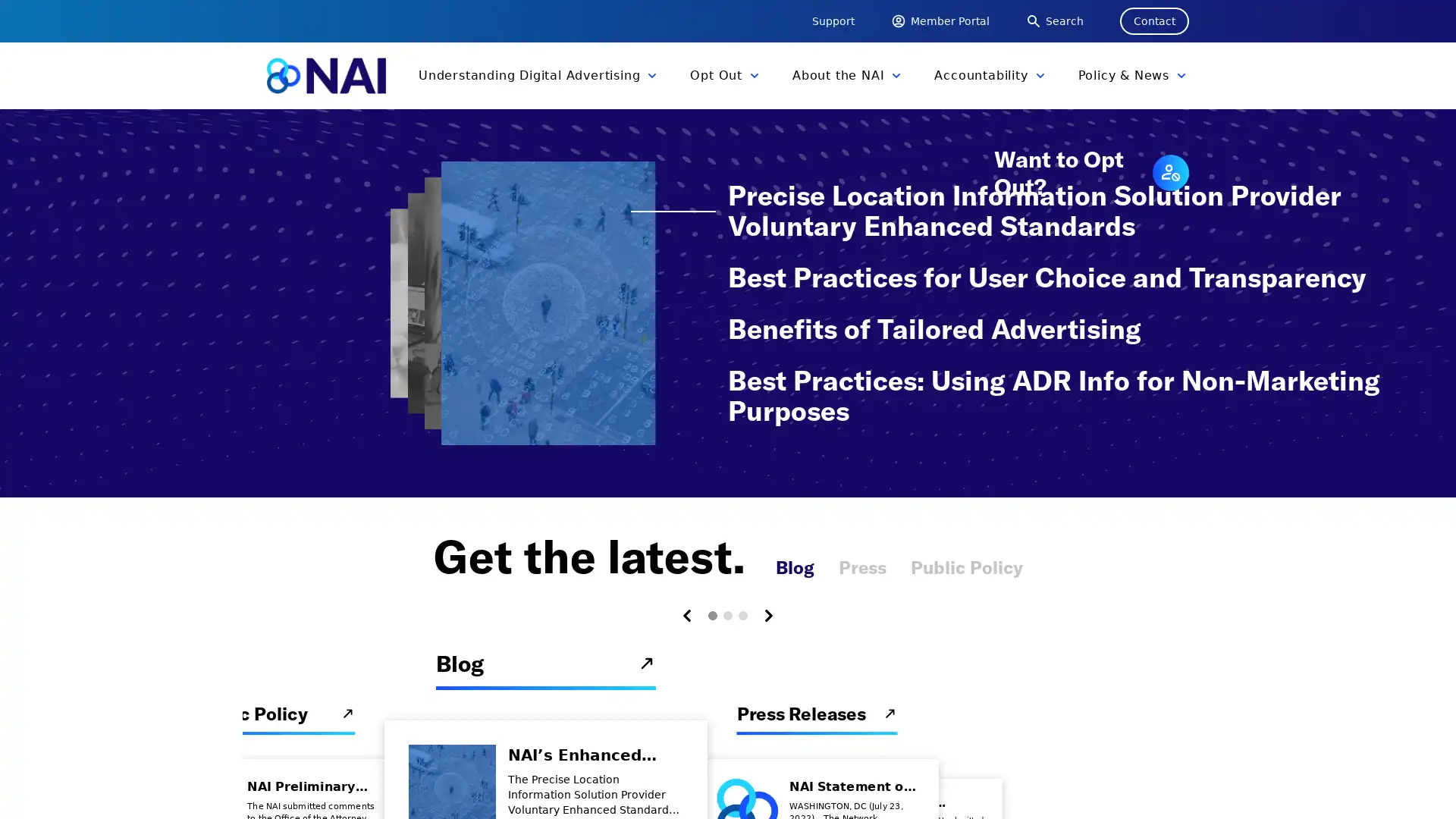  What do you see at coordinates (793, 567) in the screenshot?
I see `Blog` at bounding box center [793, 567].